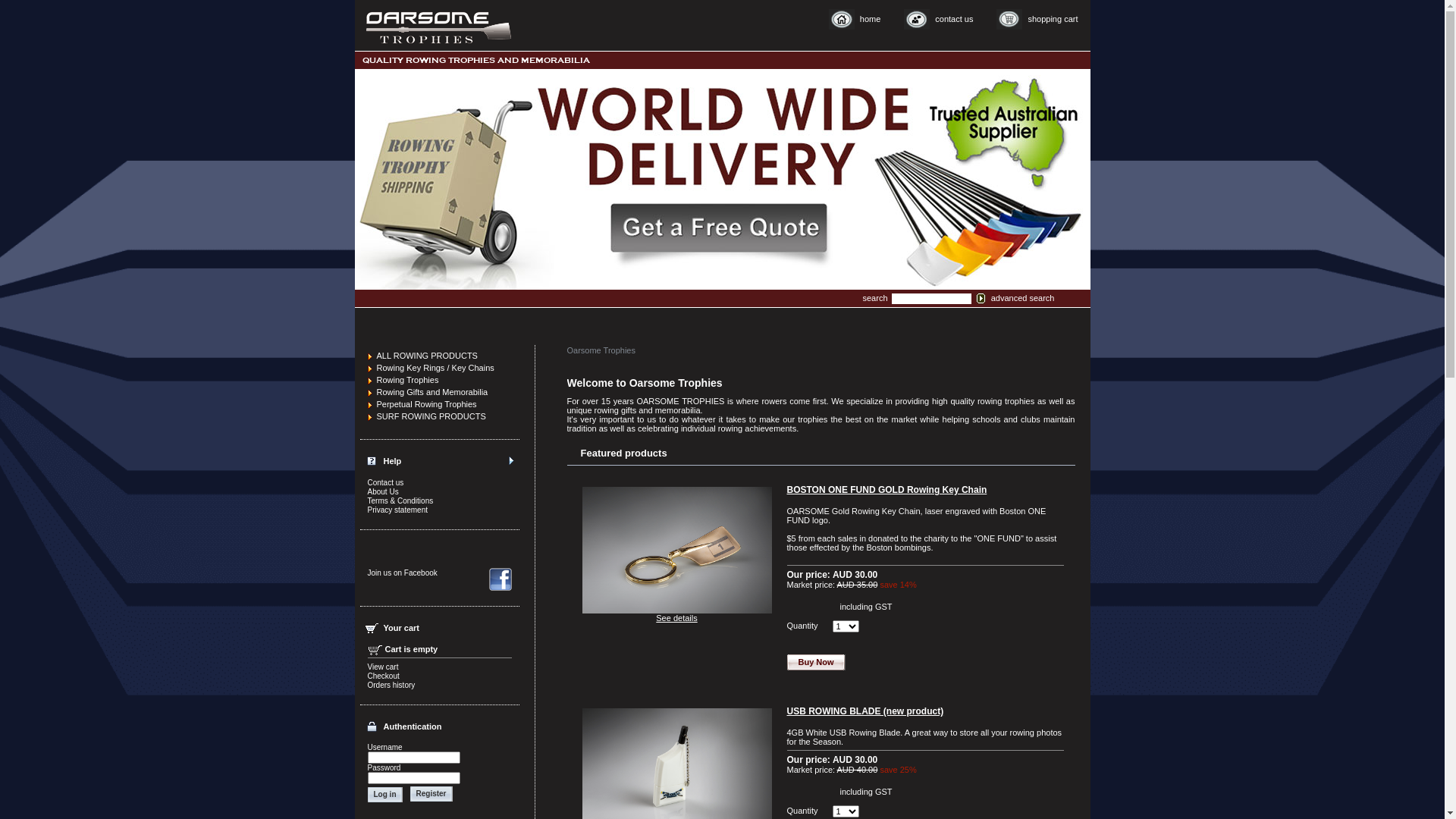 This screenshot has height=819, width=1456. Describe the element at coordinates (815, 662) in the screenshot. I see `'Buy Now'` at that location.